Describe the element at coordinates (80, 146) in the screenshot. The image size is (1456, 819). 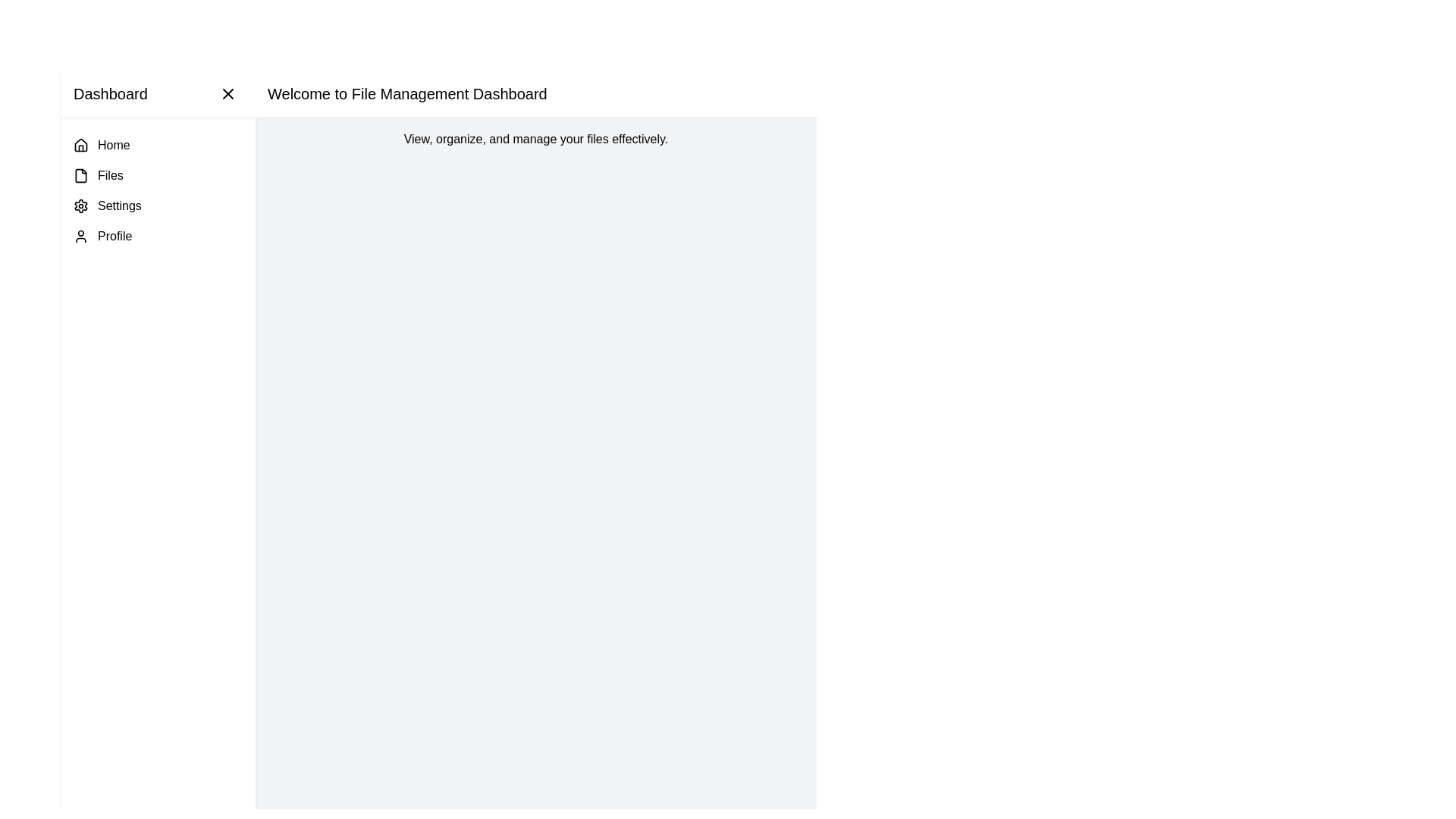
I see `the house icon in the sidebar` at that location.